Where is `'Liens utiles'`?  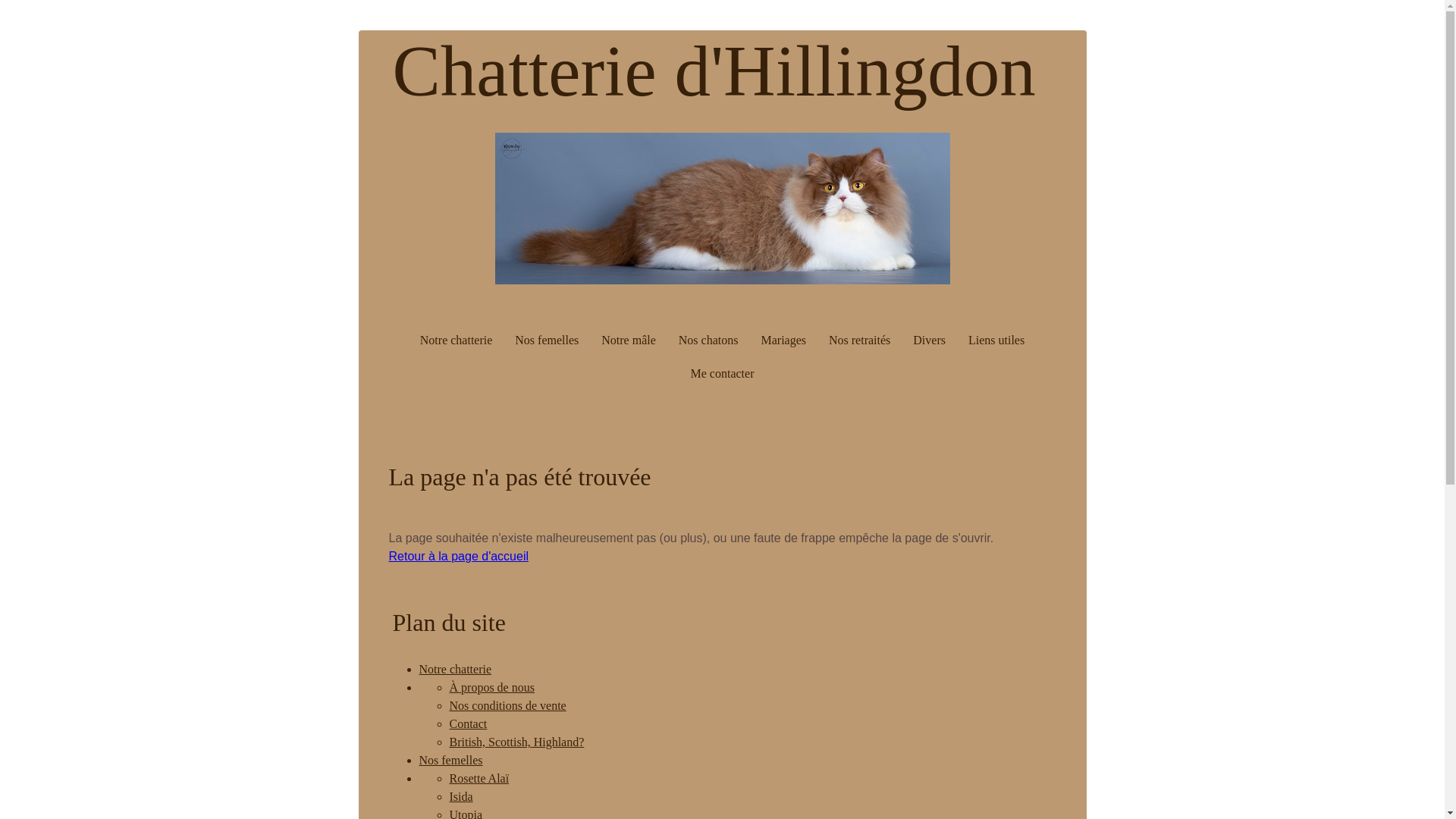 'Liens utiles' is located at coordinates (996, 339).